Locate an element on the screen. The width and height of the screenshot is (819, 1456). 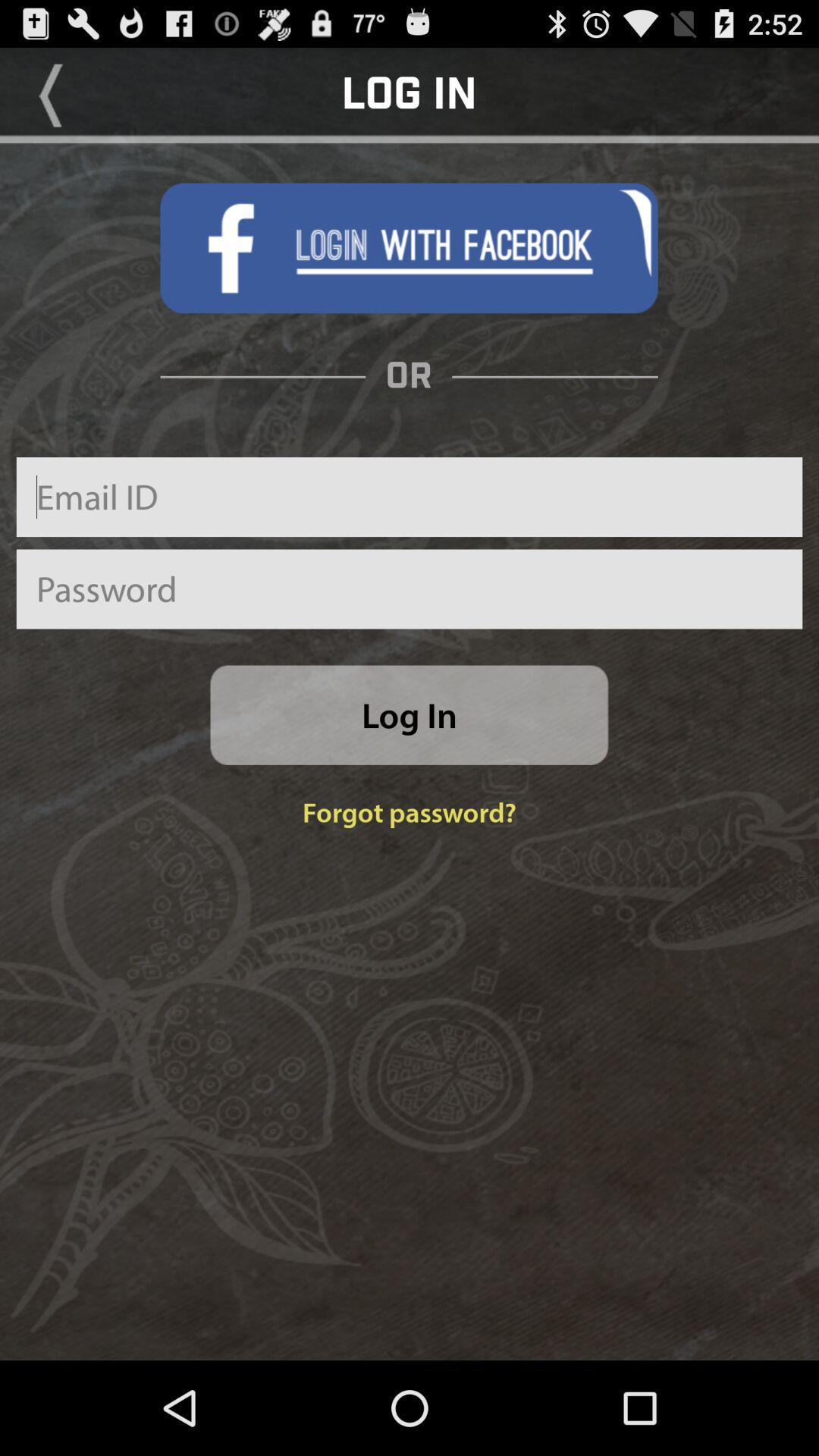
email id is located at coordinates (409, 497).